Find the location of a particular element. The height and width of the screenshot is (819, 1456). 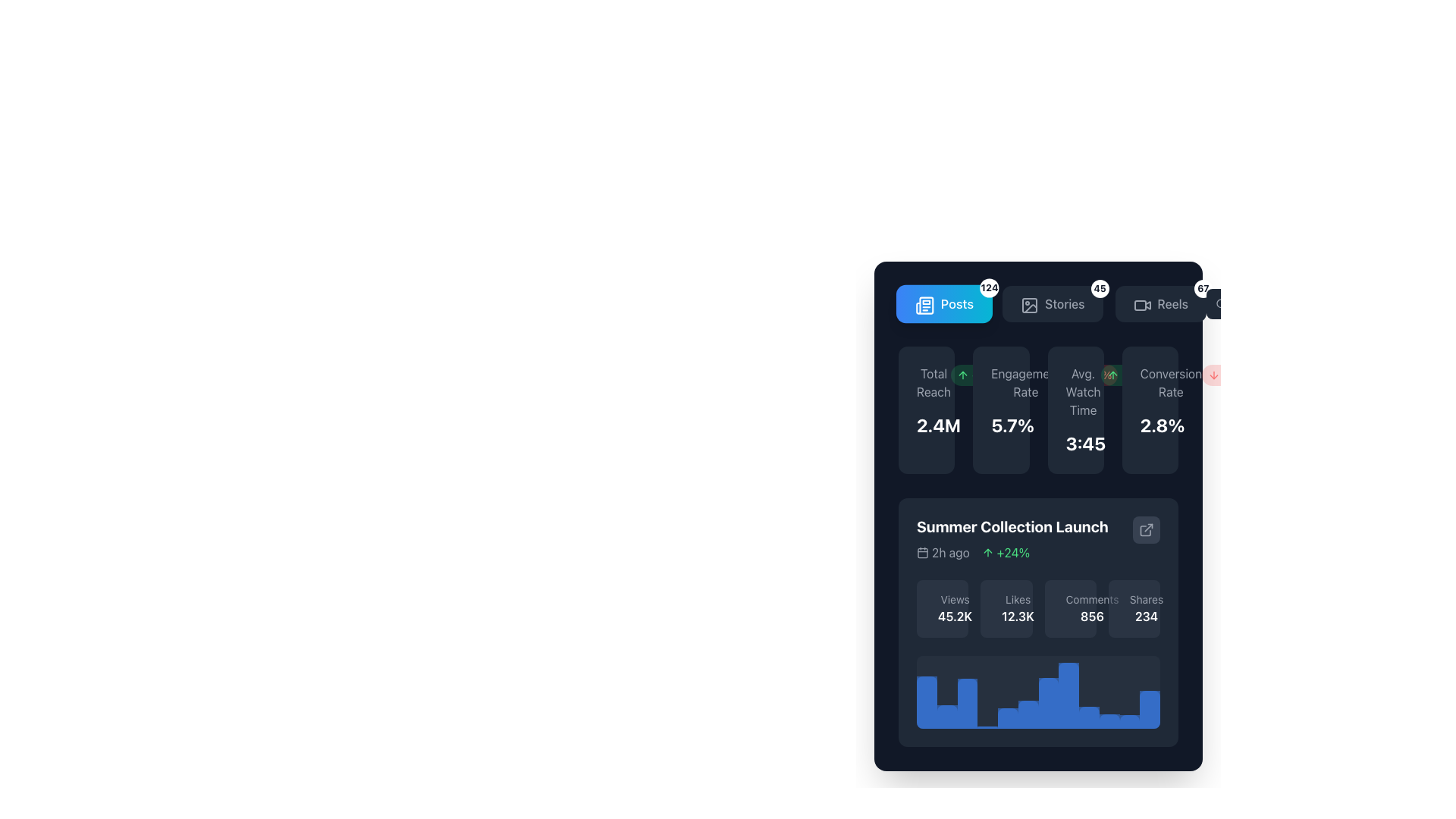

displayed number of comments for the 'Summer Collection Launch' campaign, which is shown in the text label located below the 'Comments' section of social media engagement metrics is located at coordinates (1092, 617).